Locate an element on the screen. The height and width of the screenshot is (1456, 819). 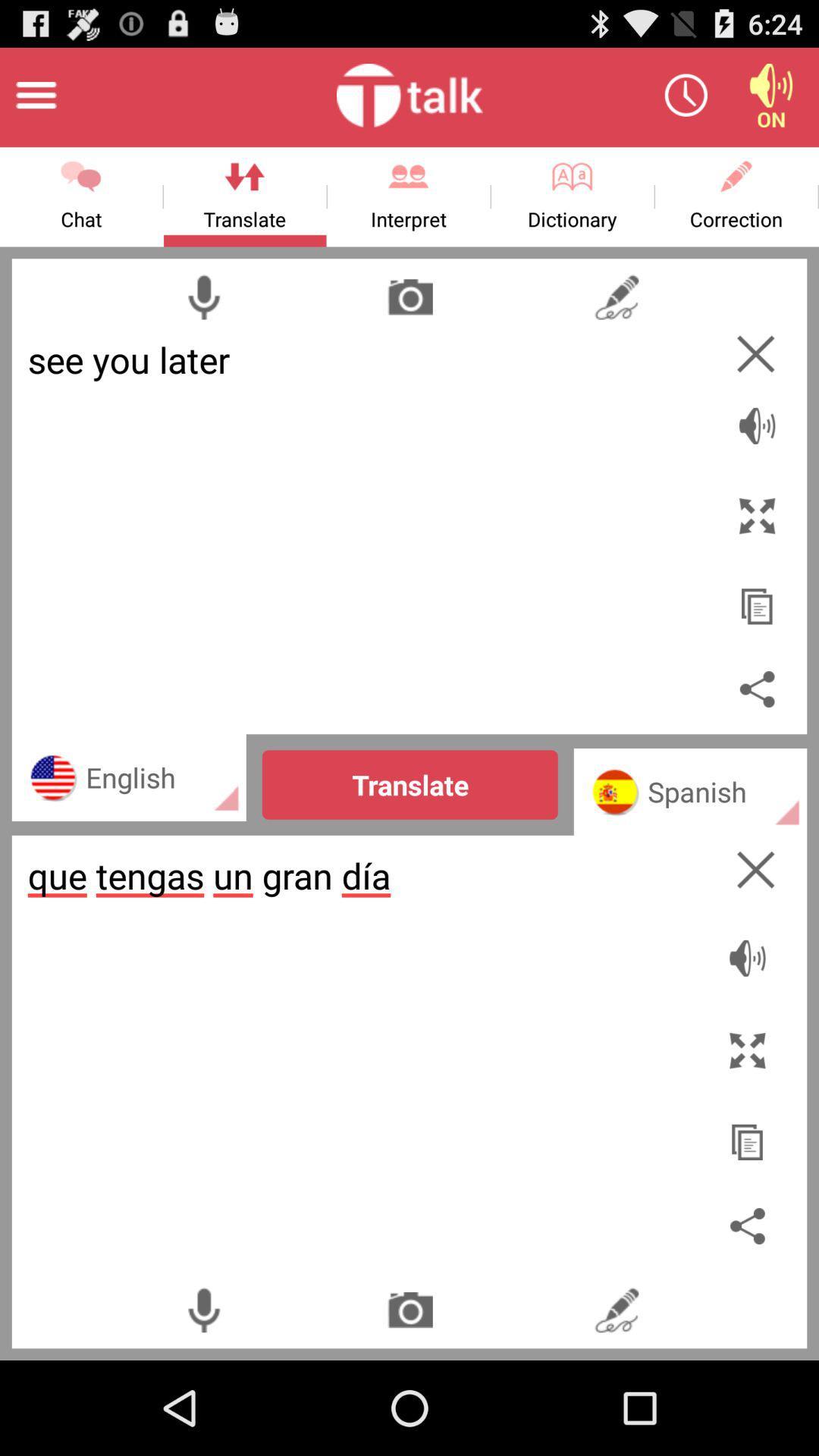
listen to translation is located at coordinates (751, 949).